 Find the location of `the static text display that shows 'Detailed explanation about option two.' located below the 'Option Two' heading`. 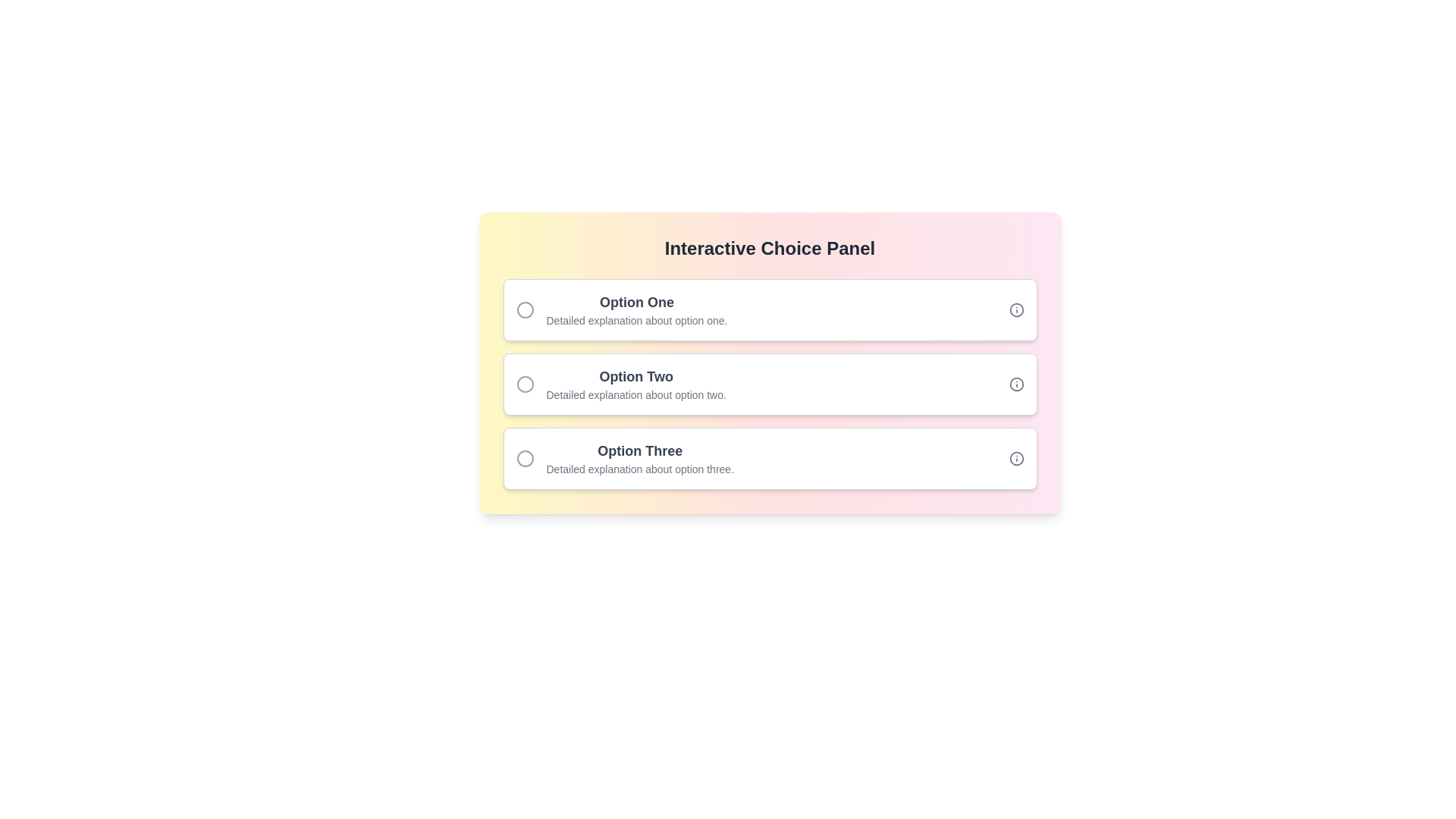

the static text display that shows 'Detailed explanation about option two.' located below the 'Option Two' heading is located at coordinates (636, 394).